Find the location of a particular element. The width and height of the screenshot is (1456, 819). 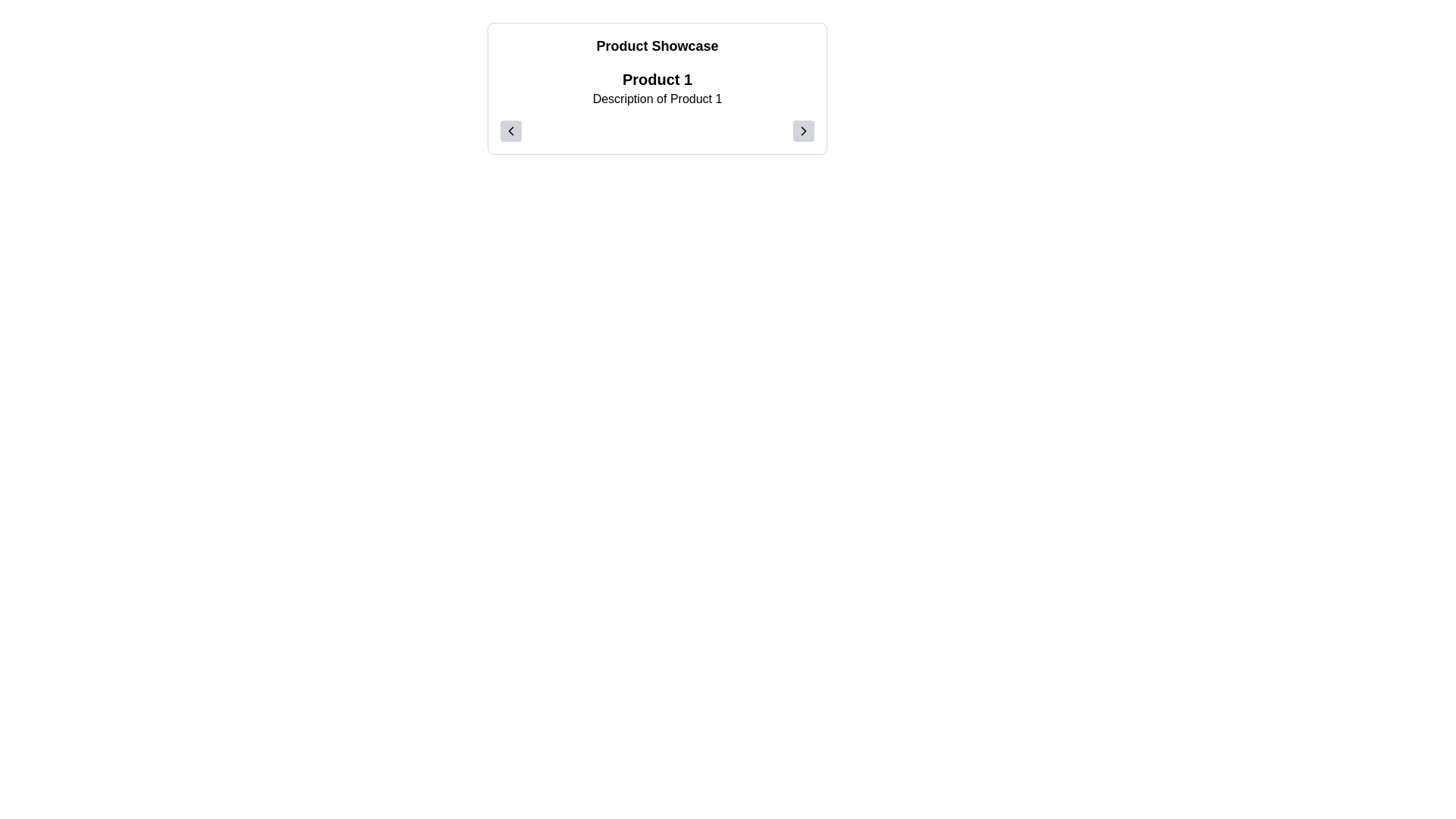

the chevron-shaped arrow icon pointing to the right, which is located inside the right-hand navigation button of the product showcase component is located at coordinates (803, 130).